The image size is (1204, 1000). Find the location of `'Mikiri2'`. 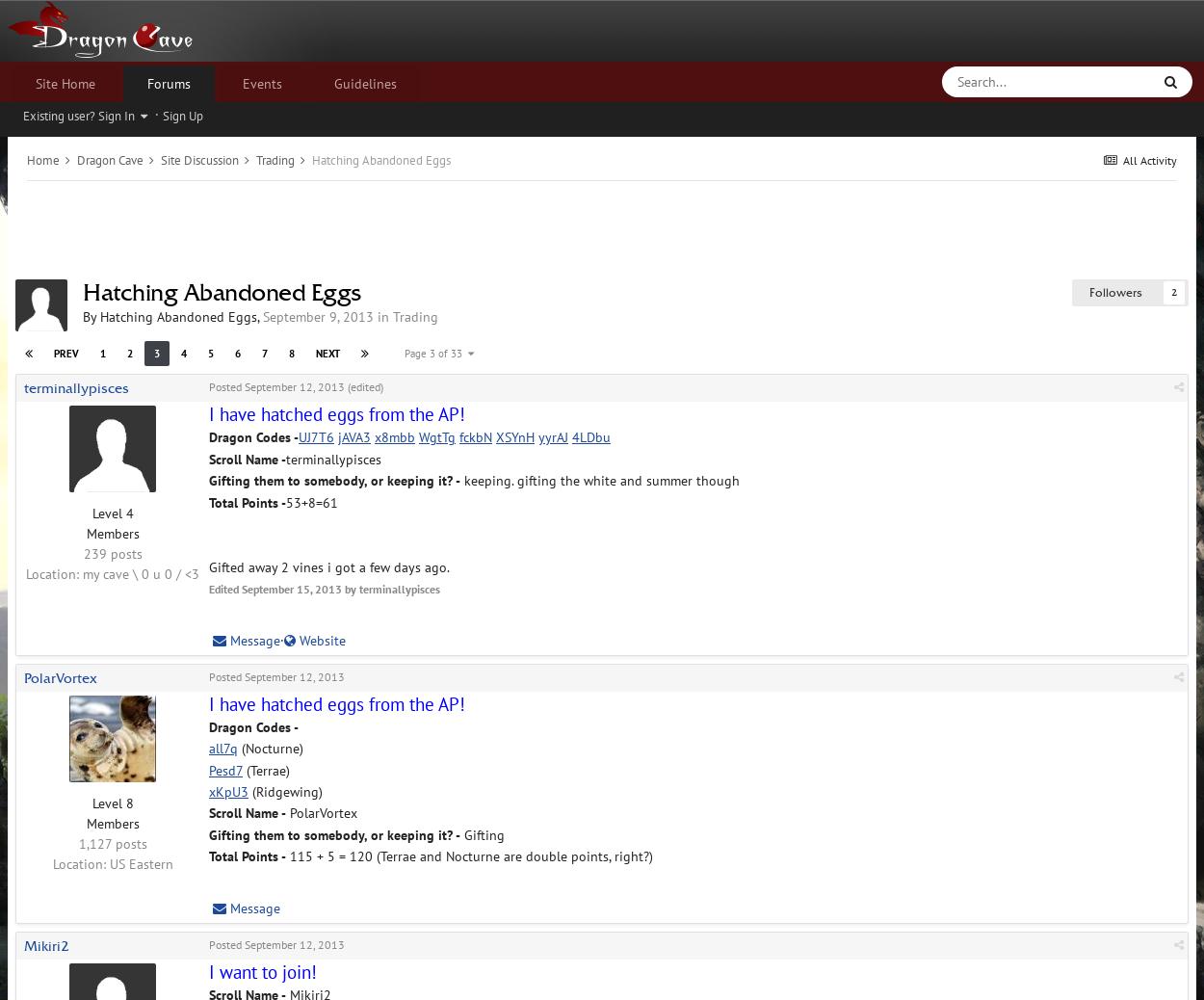

'Mikiri2' is located at coordinates (46, 945).